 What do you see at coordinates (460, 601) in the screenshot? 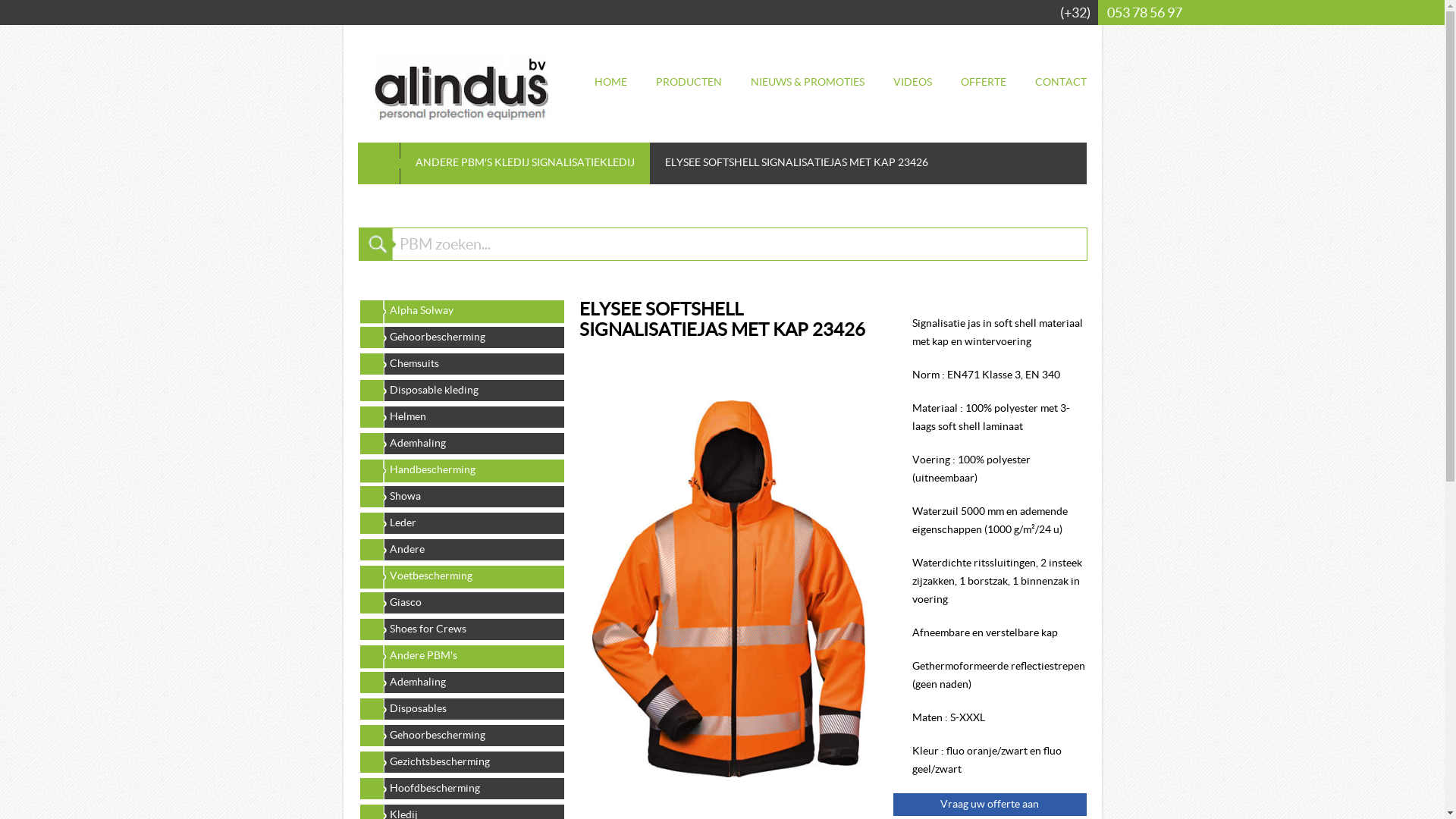
I see `'Giasco'` at bounding box center [460, 601].